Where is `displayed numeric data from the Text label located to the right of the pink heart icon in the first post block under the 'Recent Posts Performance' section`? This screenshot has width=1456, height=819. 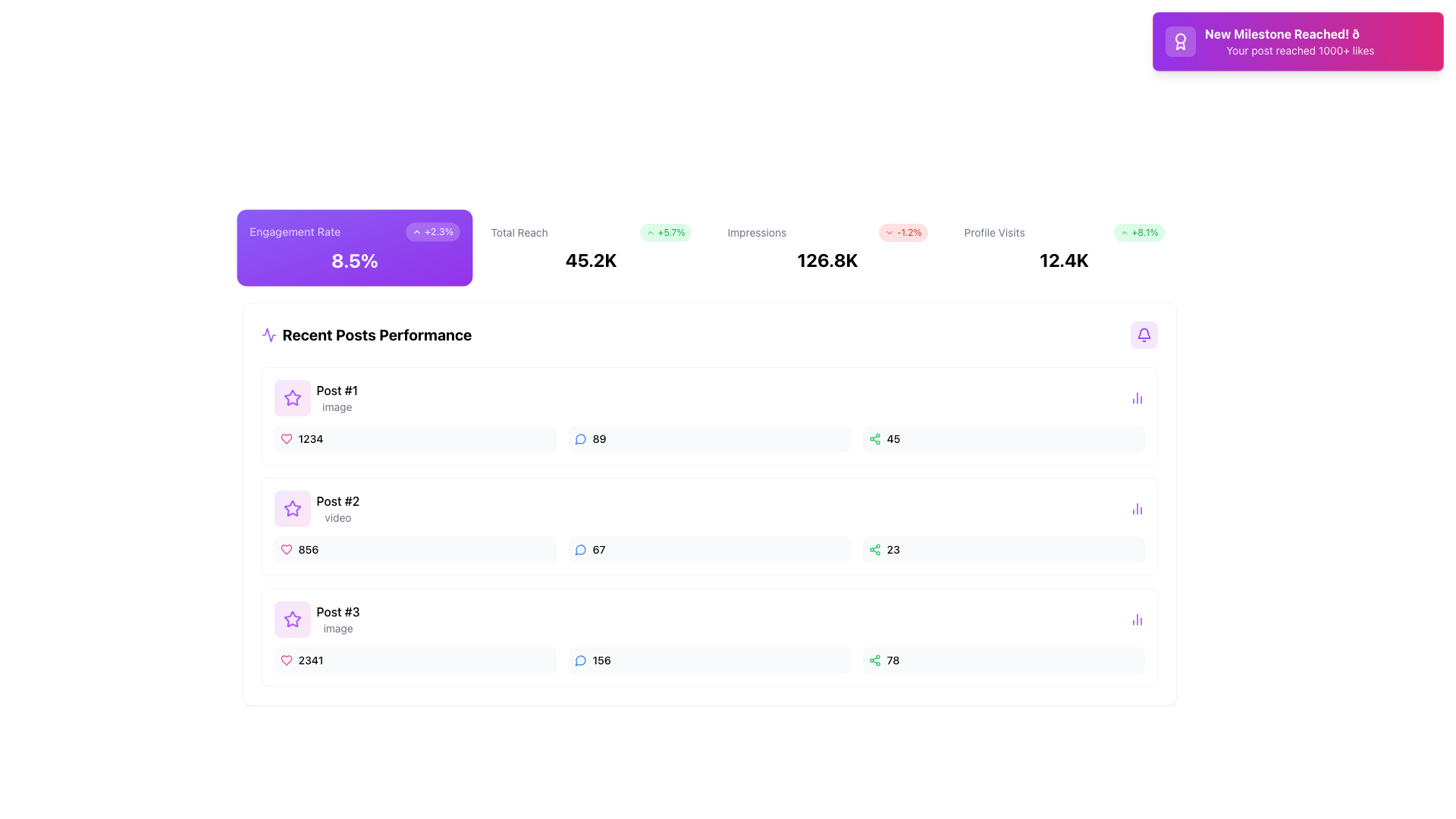 displayed numeric data from the Text label located to the right of the pink heart icon in the first post block under the 'Recent Posts Performance' section is located at coordinates (309, 438).